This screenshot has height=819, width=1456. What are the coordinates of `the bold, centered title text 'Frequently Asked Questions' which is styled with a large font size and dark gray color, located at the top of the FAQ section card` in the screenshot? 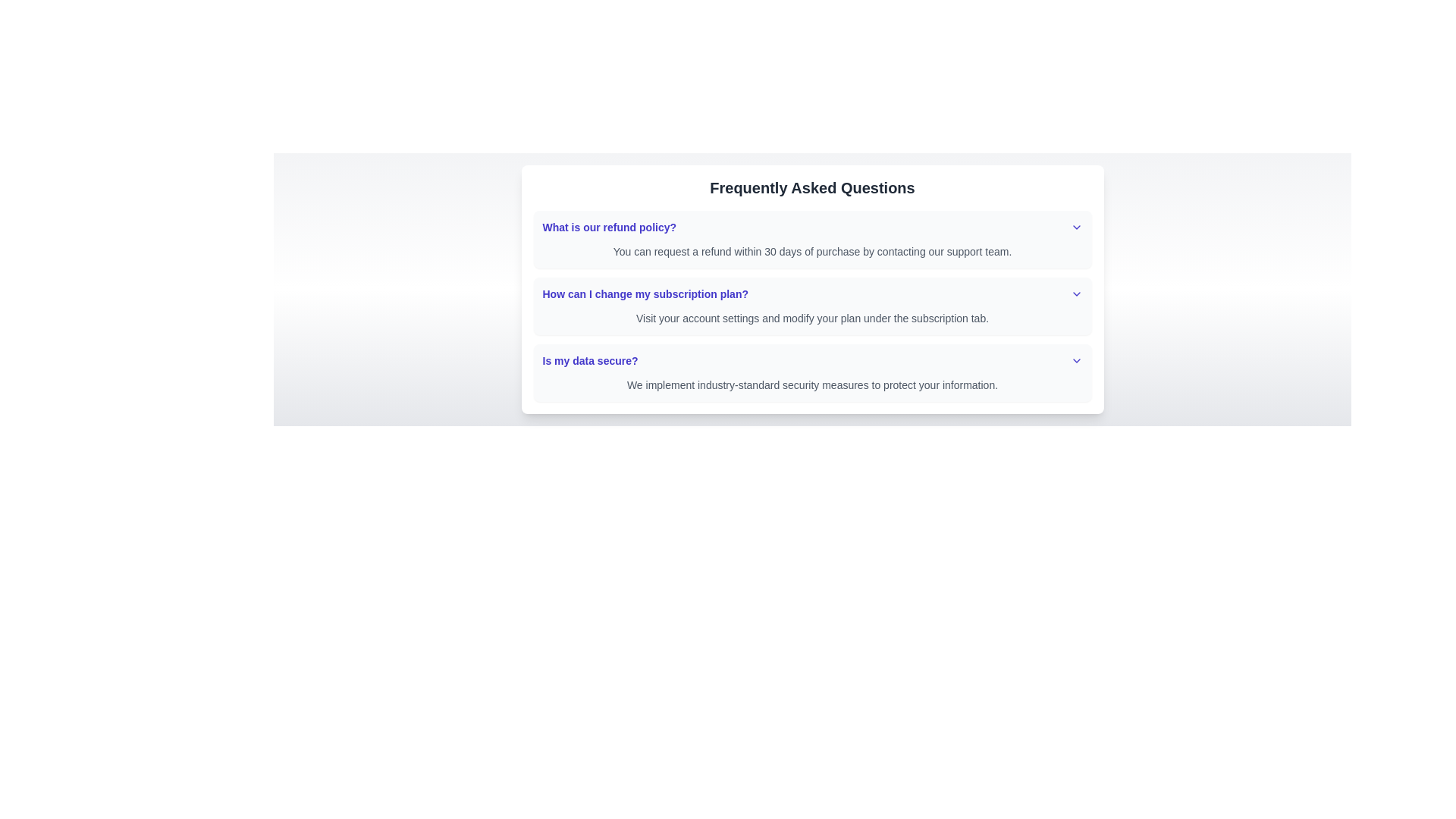 It's located at (811, 187).